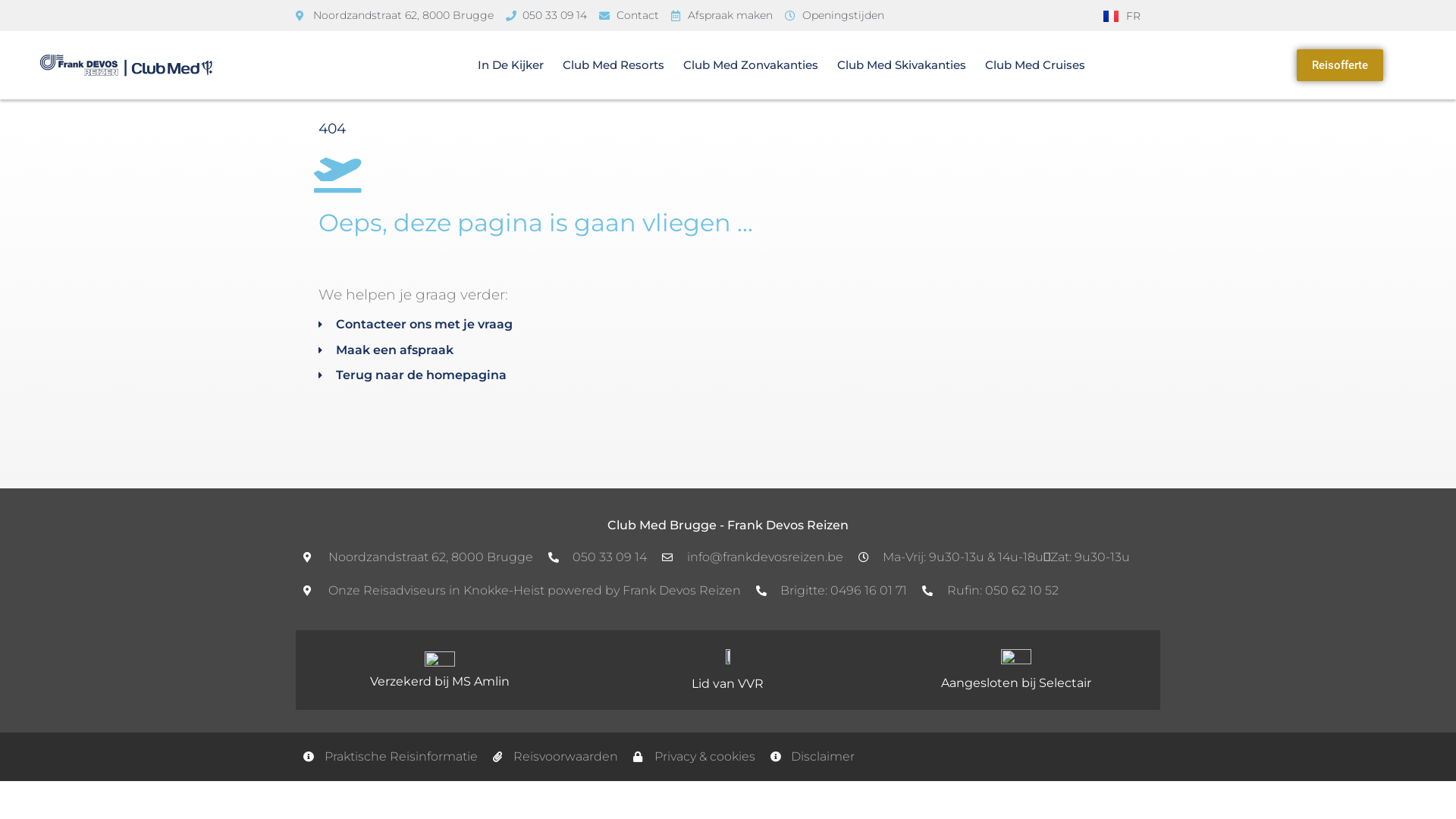 The height and width of the screenshot is (819, 1456). Describe the element at coordinates (990, 590) in the screenshot. I see `'Rufin: 050 62 10 52'` at that location.